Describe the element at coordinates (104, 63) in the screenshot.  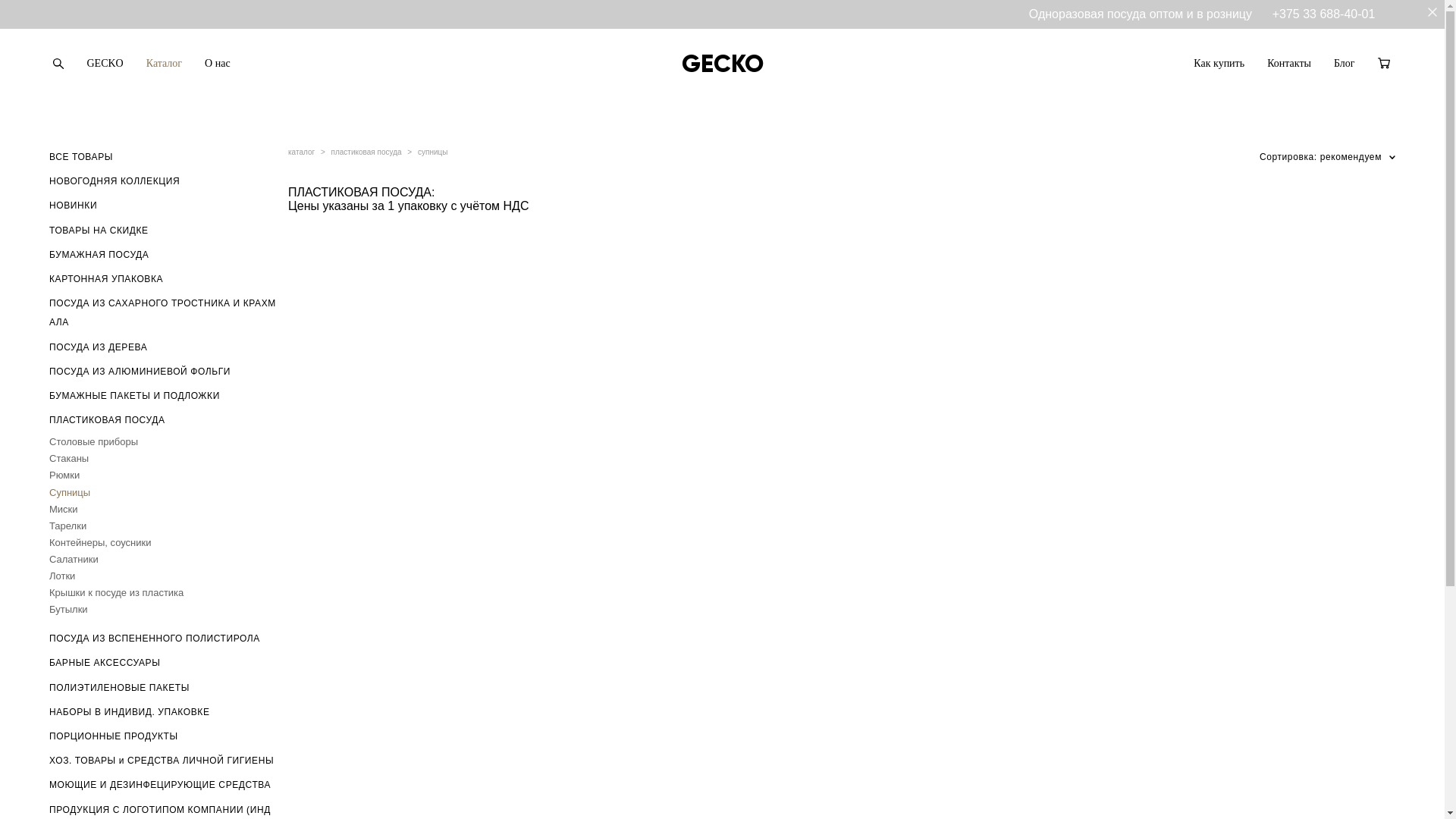
I see `'GECKO'` at that location.